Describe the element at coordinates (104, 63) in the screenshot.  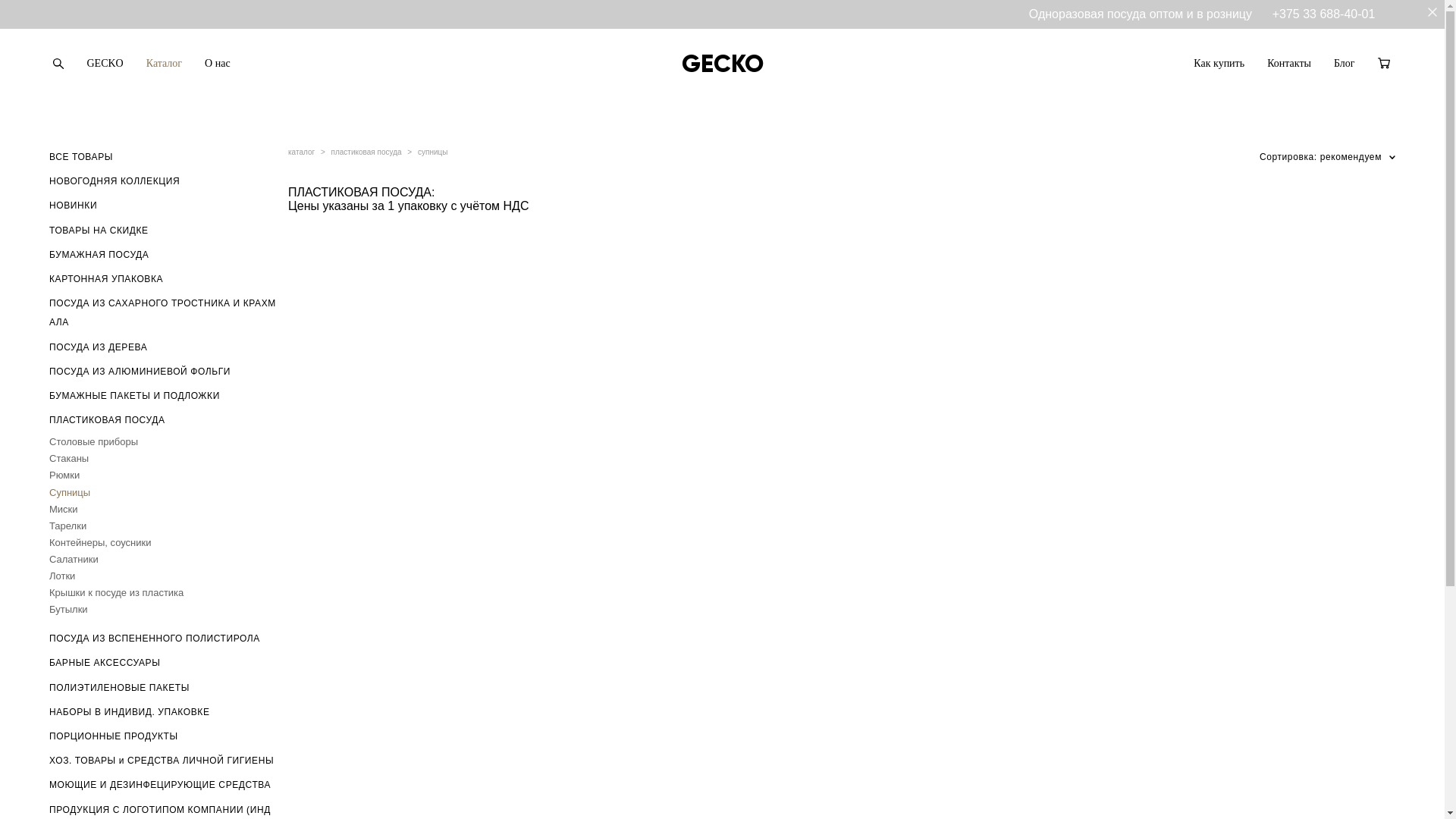
I see `'GECKO'` at that location.